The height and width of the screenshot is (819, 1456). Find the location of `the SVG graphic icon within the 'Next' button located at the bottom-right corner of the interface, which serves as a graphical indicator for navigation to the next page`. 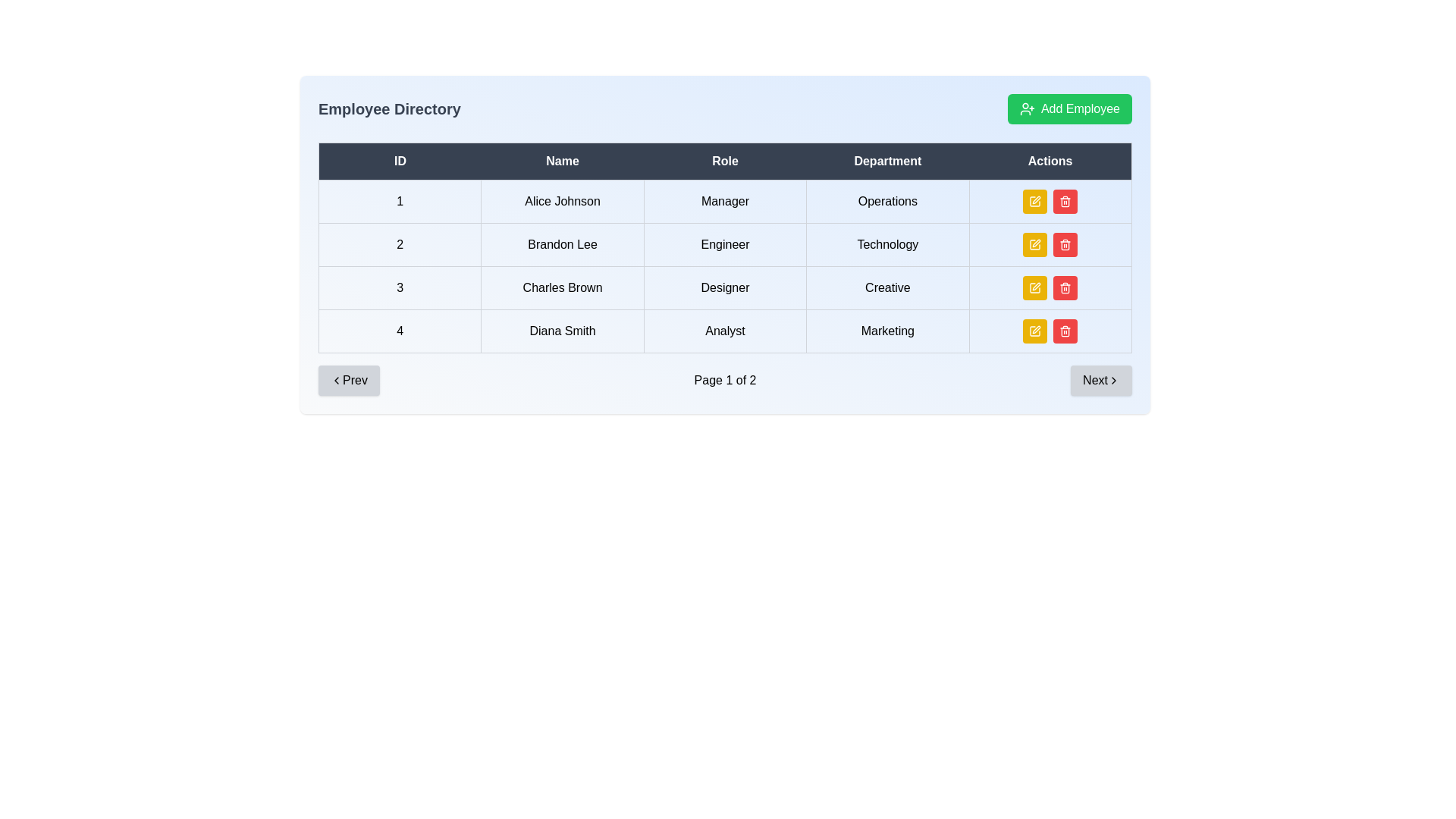

the SVG graphic icon within the 'Next' button located at the bottom-right corner of the interface, which serves as a graphical indicator for navigation to the next page is located at coordinates (1113, 379).